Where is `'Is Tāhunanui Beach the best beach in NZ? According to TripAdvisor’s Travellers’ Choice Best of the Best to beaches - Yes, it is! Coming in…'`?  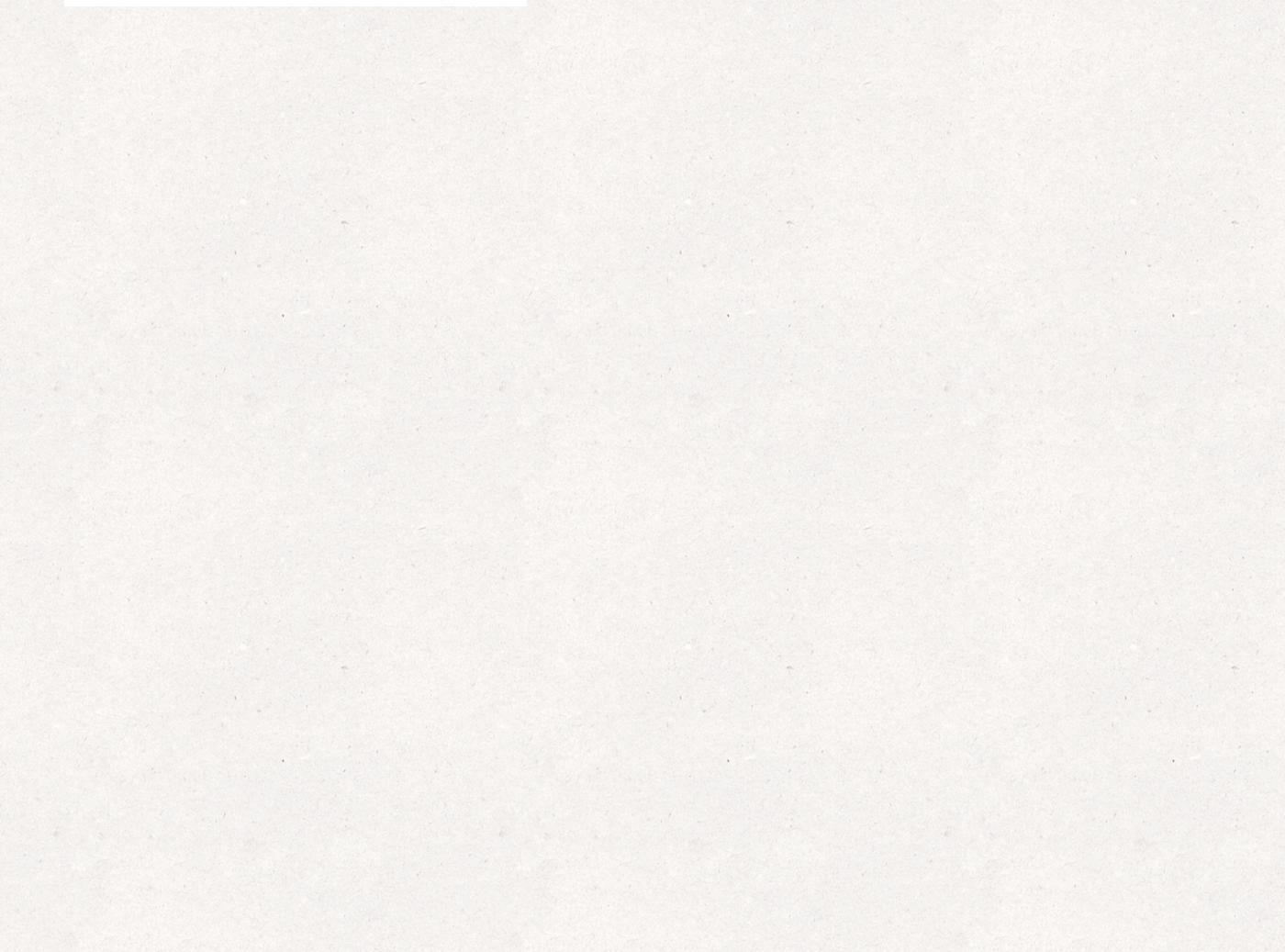
'Is Tāhunanui Beach the best beach in NZ? According to TripAdvisor’s Travellers’ Choice Best of the Best to beaches - Yes, it is! Coming in…' is located at coordinates (989, 814).